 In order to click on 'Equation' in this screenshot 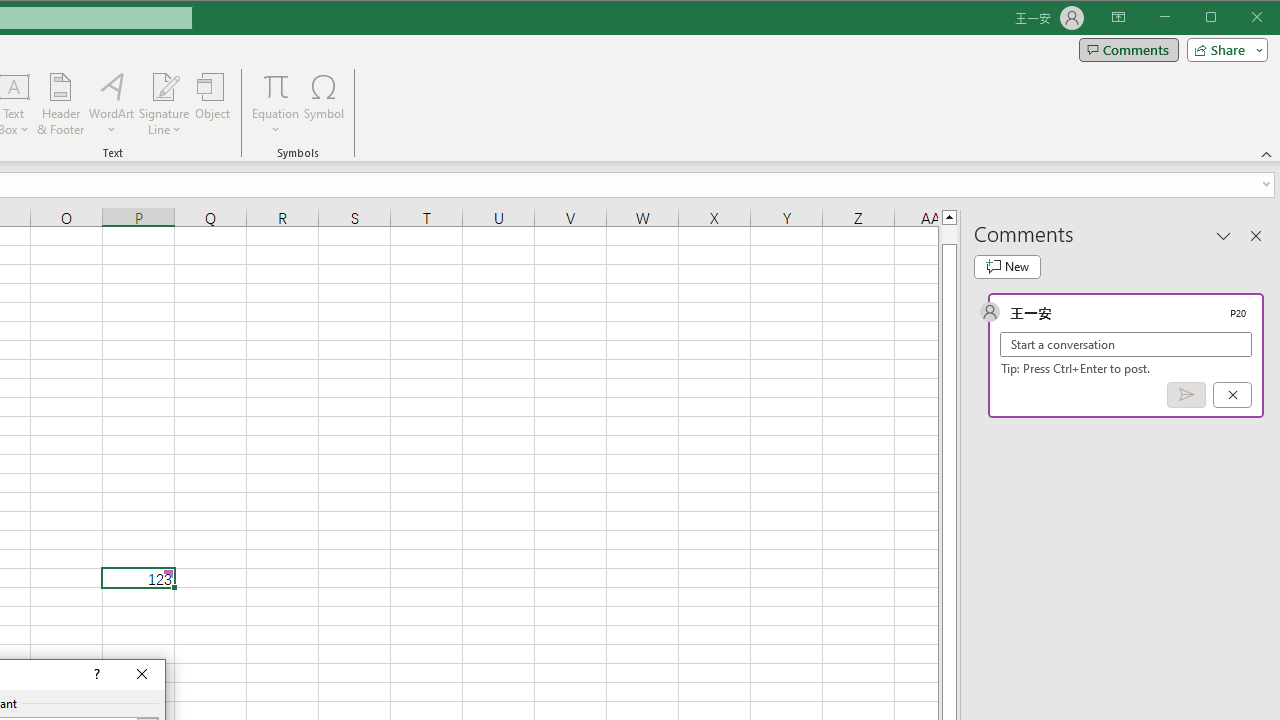, I will do `click(274, 85)`.